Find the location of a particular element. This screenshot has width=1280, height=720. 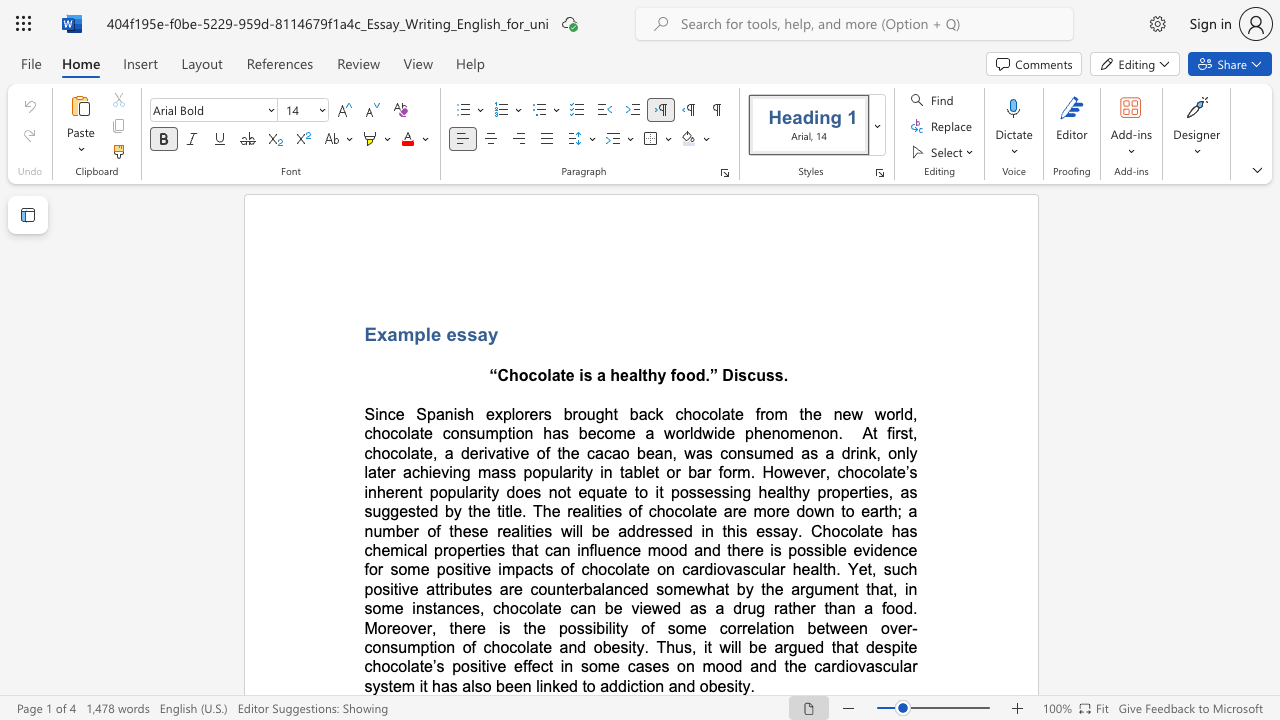

the subset text "ion and obe" within the text "em it has also been linked to addiction and obesity." is located at coordinates (642, 685).